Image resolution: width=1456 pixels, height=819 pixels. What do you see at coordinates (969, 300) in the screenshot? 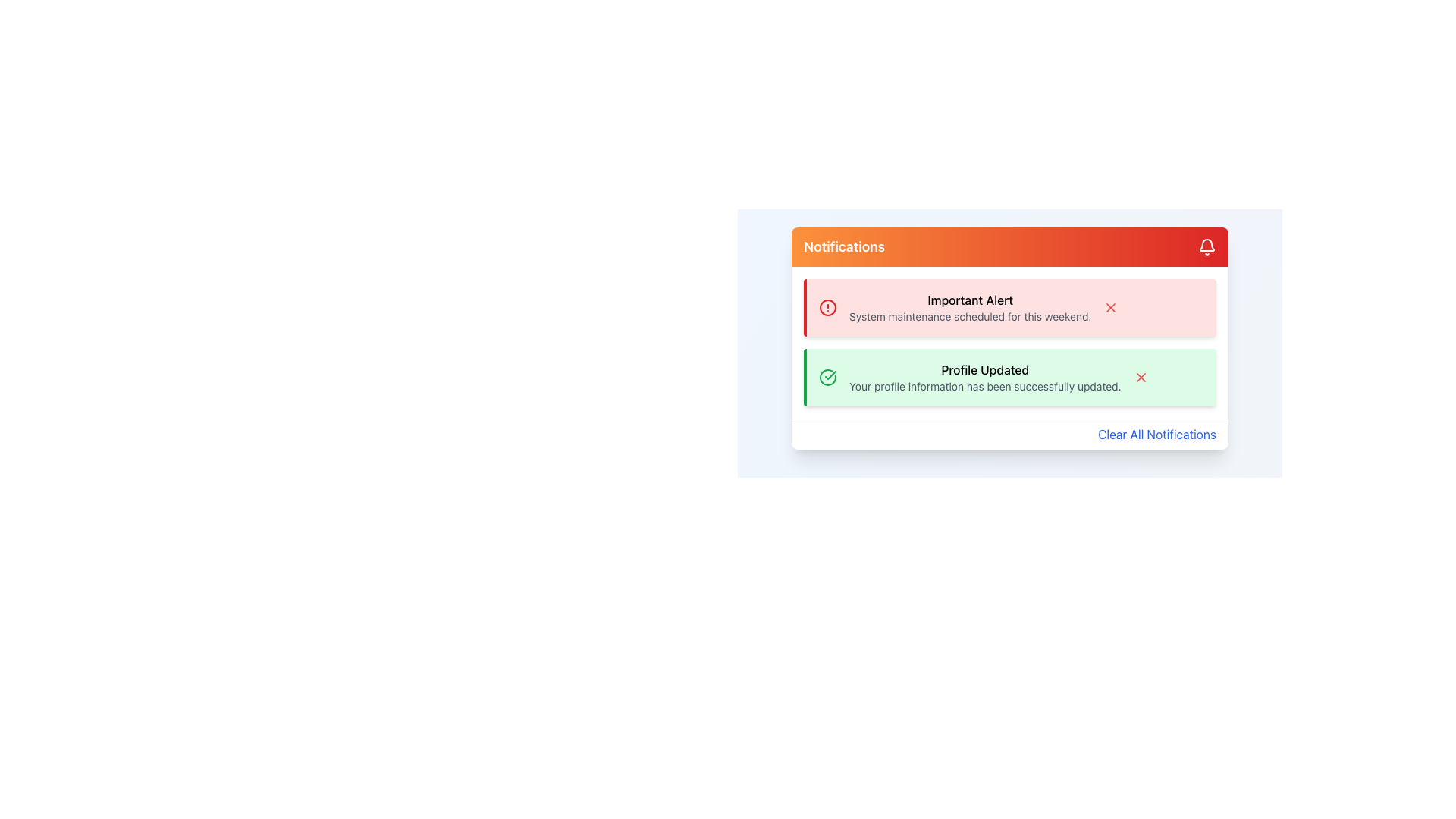
I see `text label 'Important Alert' which is styled in bold and located at the top-center of the notification card` at bounding box center [969, 300].